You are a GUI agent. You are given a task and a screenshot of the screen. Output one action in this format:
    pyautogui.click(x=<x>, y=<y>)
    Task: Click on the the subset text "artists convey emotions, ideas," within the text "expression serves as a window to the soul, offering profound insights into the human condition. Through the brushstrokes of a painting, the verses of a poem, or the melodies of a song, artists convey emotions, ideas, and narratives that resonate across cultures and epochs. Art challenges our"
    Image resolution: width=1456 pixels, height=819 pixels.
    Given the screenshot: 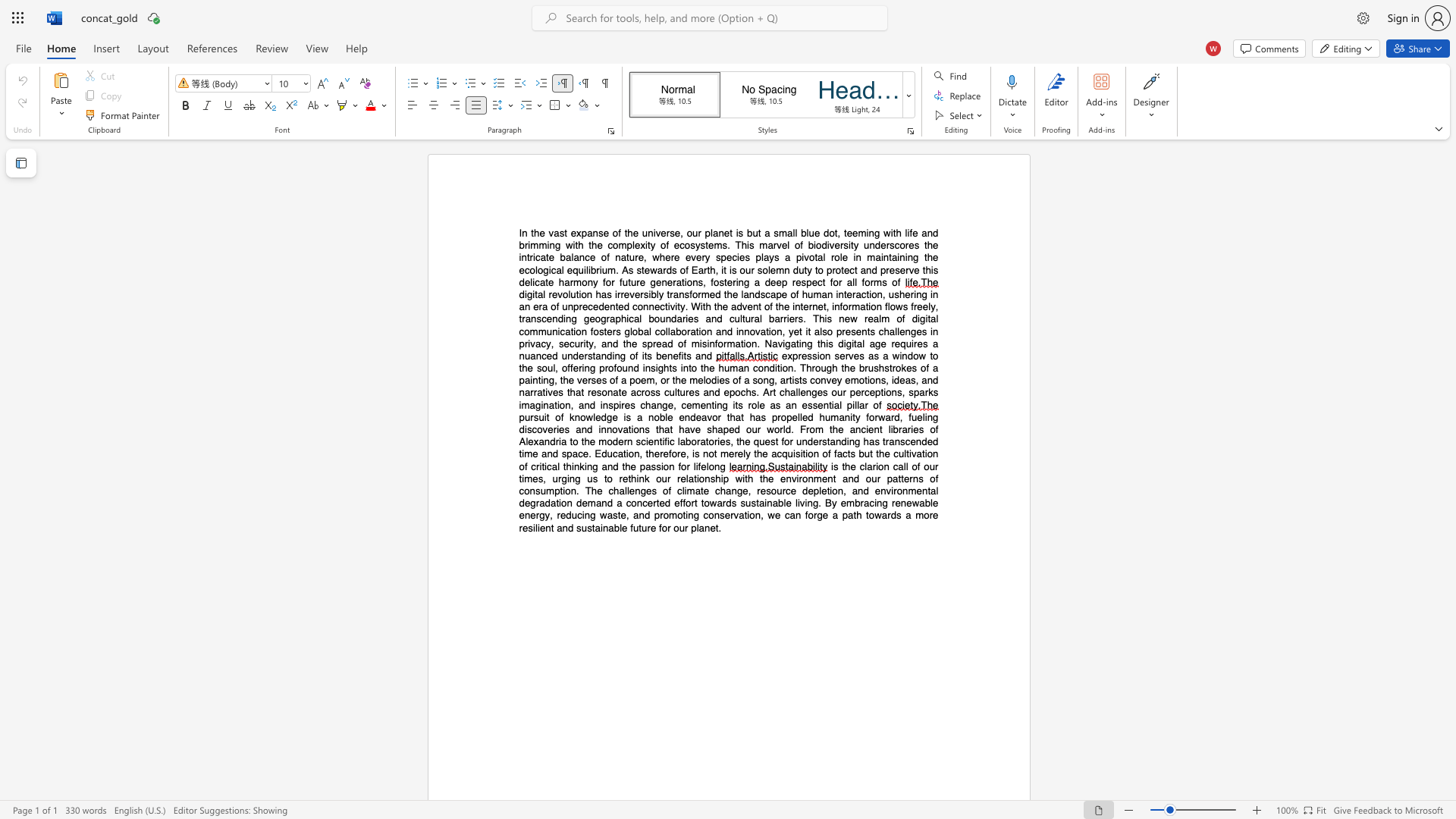 What is the action you would take?
    pyautogui.click(x=780, y=379)
    